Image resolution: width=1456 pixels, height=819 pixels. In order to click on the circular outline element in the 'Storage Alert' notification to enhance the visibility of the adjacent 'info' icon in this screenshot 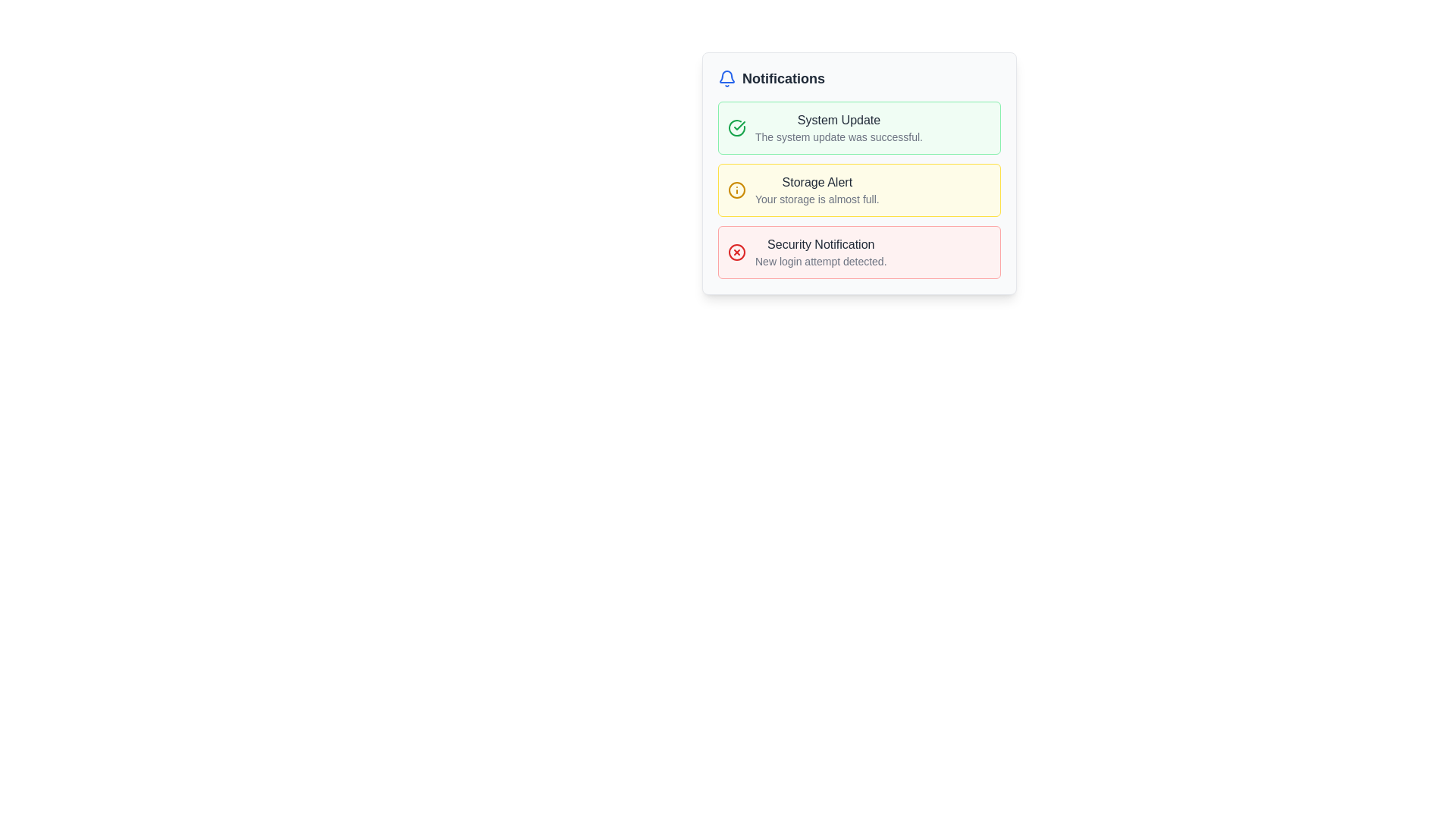, I will do `click(736, 189)`.